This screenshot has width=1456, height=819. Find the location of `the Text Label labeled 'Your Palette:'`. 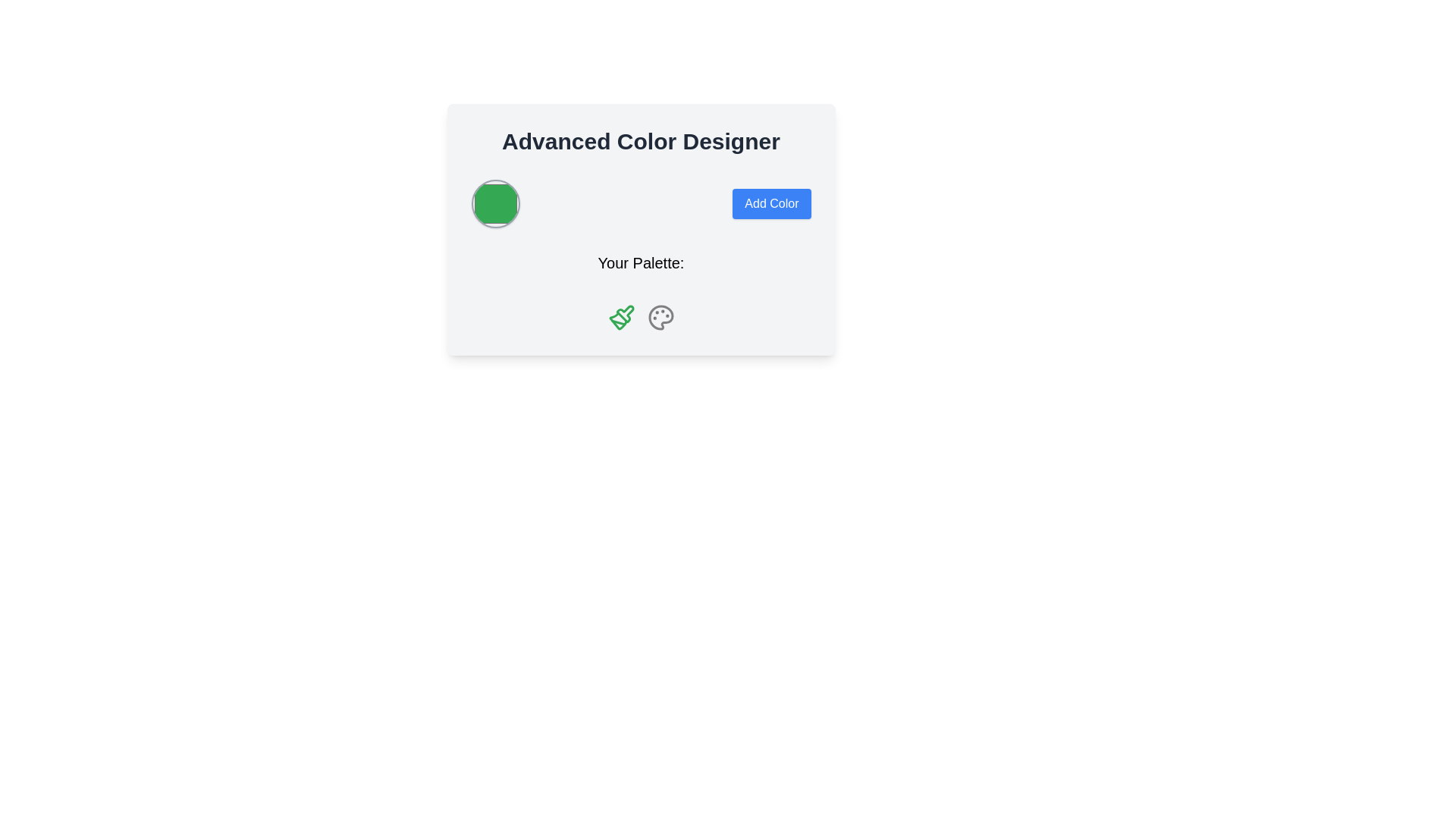

the Text Label labeled 'Your Palette:' is located at coordinates (641, 262).